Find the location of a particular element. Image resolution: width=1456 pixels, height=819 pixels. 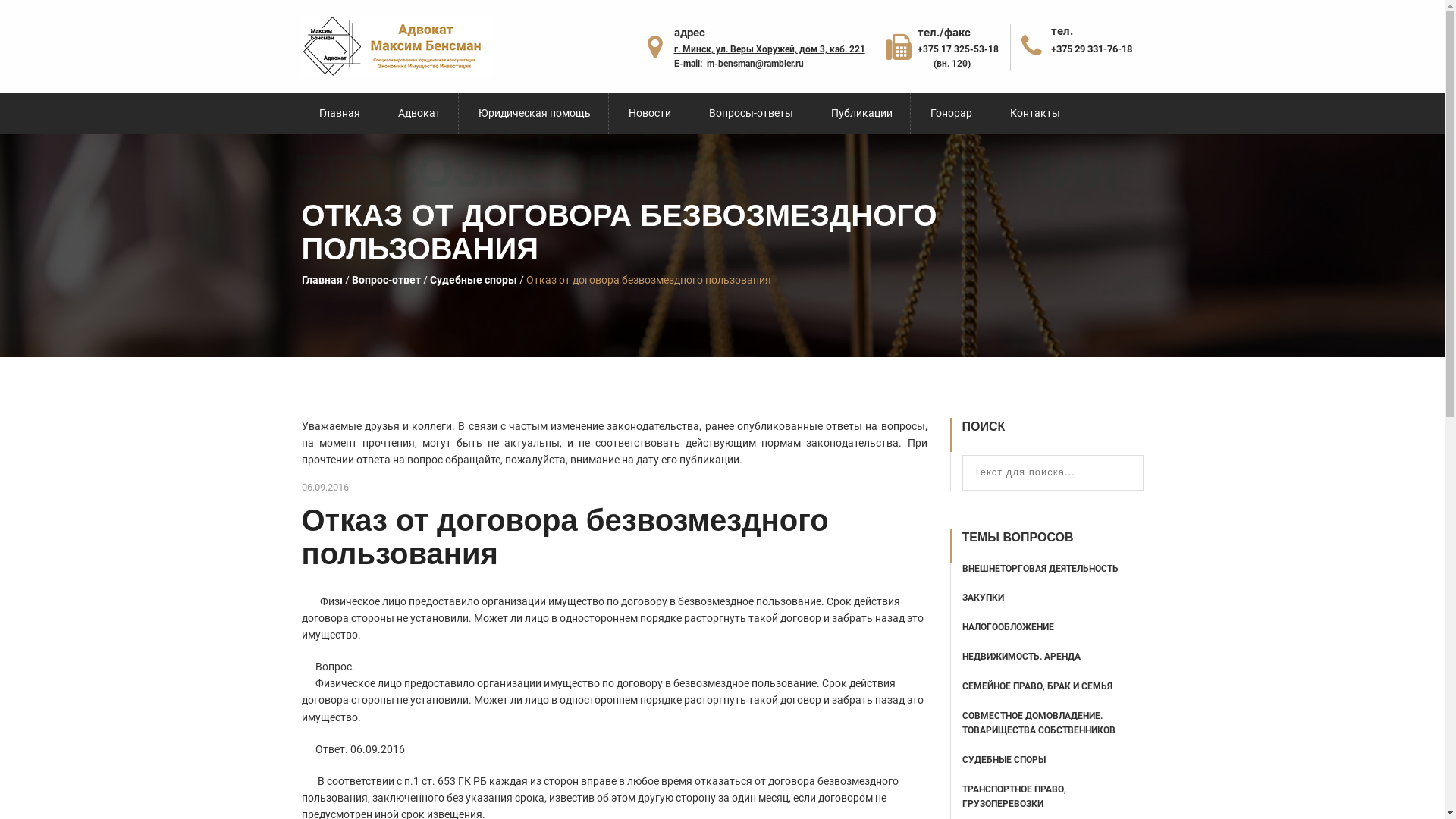

'm' is located at coordinates (709, 63).